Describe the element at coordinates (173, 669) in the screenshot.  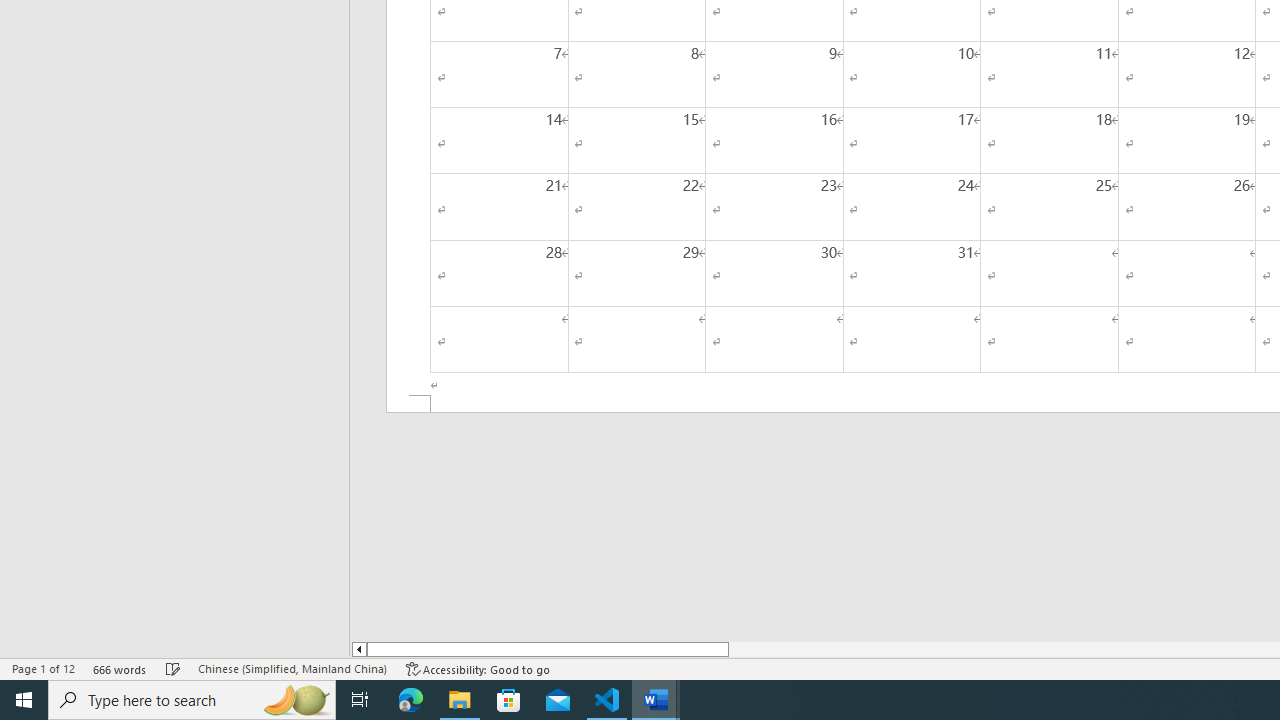
I see `'Spelling and Grammar Check Checking'` at that location.